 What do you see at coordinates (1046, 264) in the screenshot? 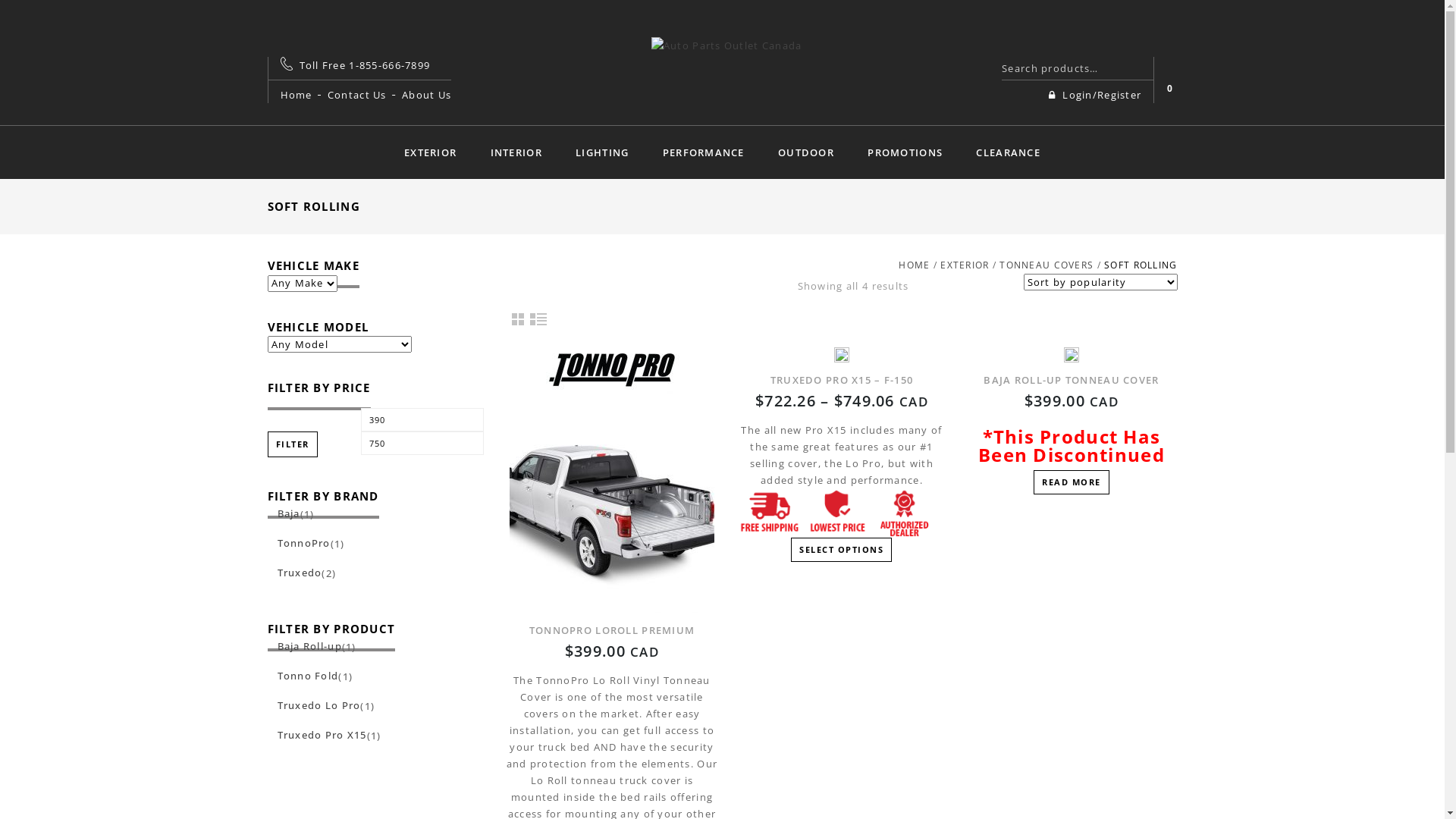
I see `'TONNEAU COVERS'` at bounding box center [1046, 264].